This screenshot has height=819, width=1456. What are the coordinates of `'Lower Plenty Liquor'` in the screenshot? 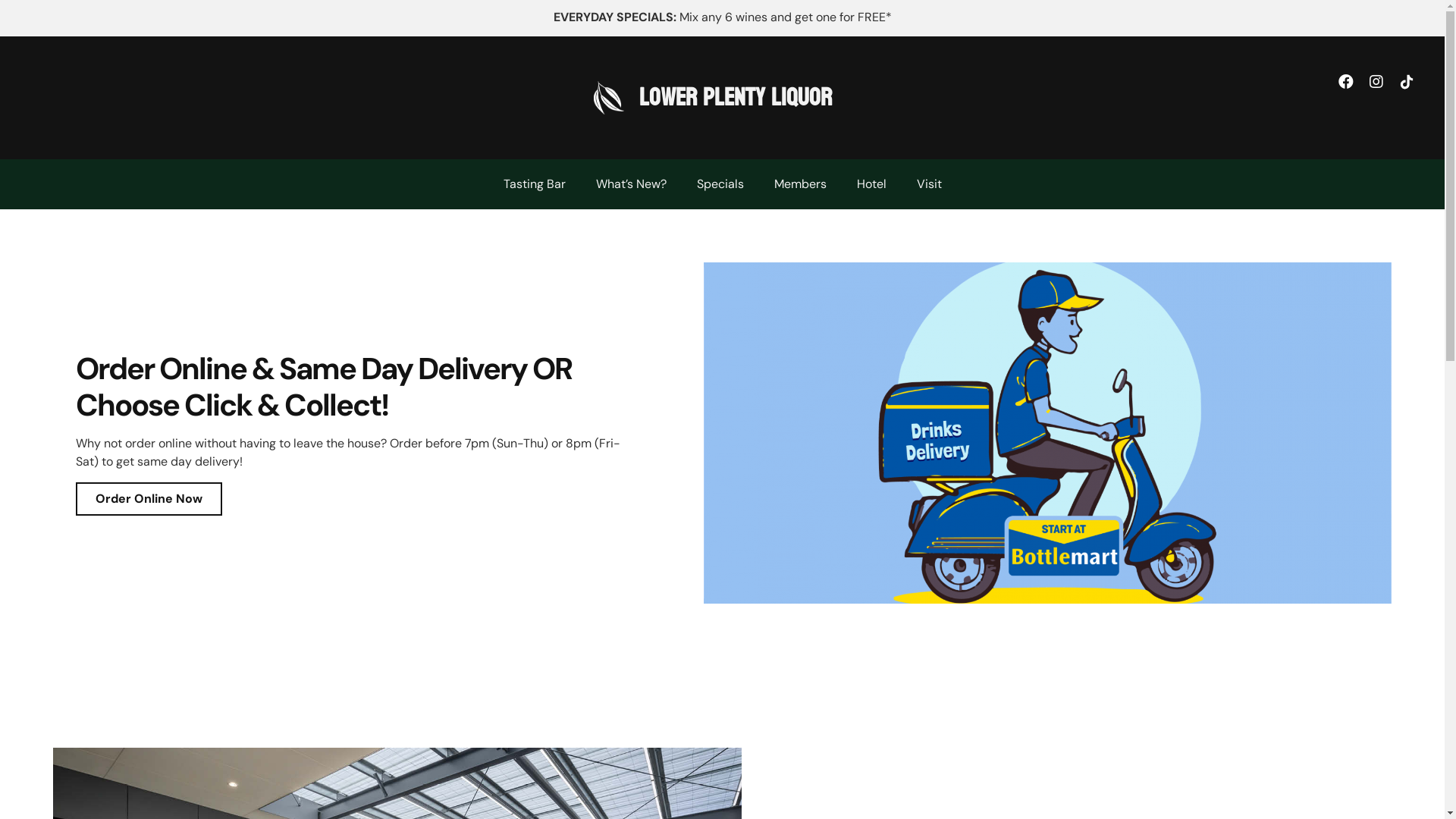 It's located at (735, 97).